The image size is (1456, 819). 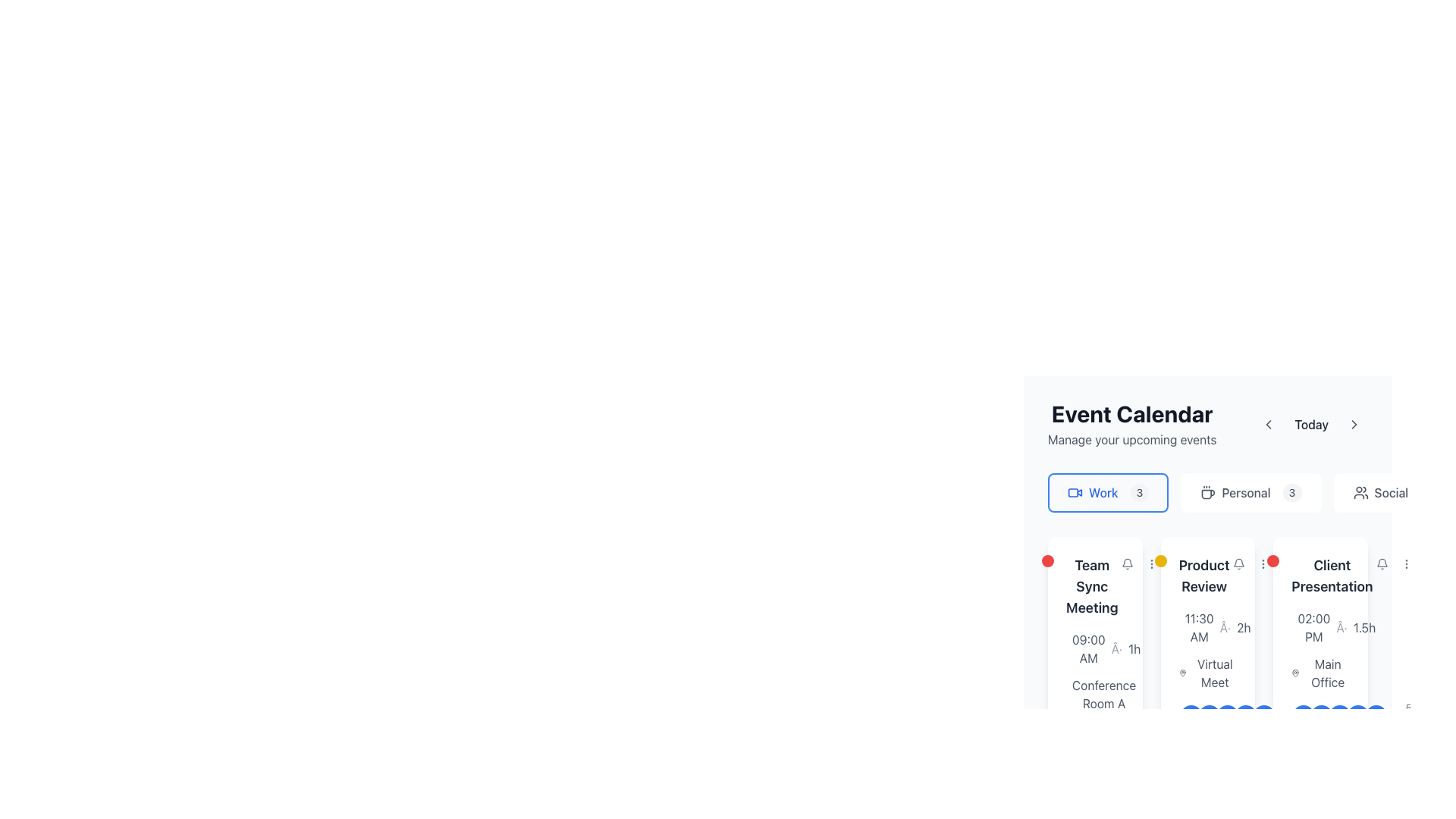 What do you see at coordinates (1236, 716) in the screenshot?
I see `the row of rounded blue avatars with white borders` at bounding box center [1236, 716].